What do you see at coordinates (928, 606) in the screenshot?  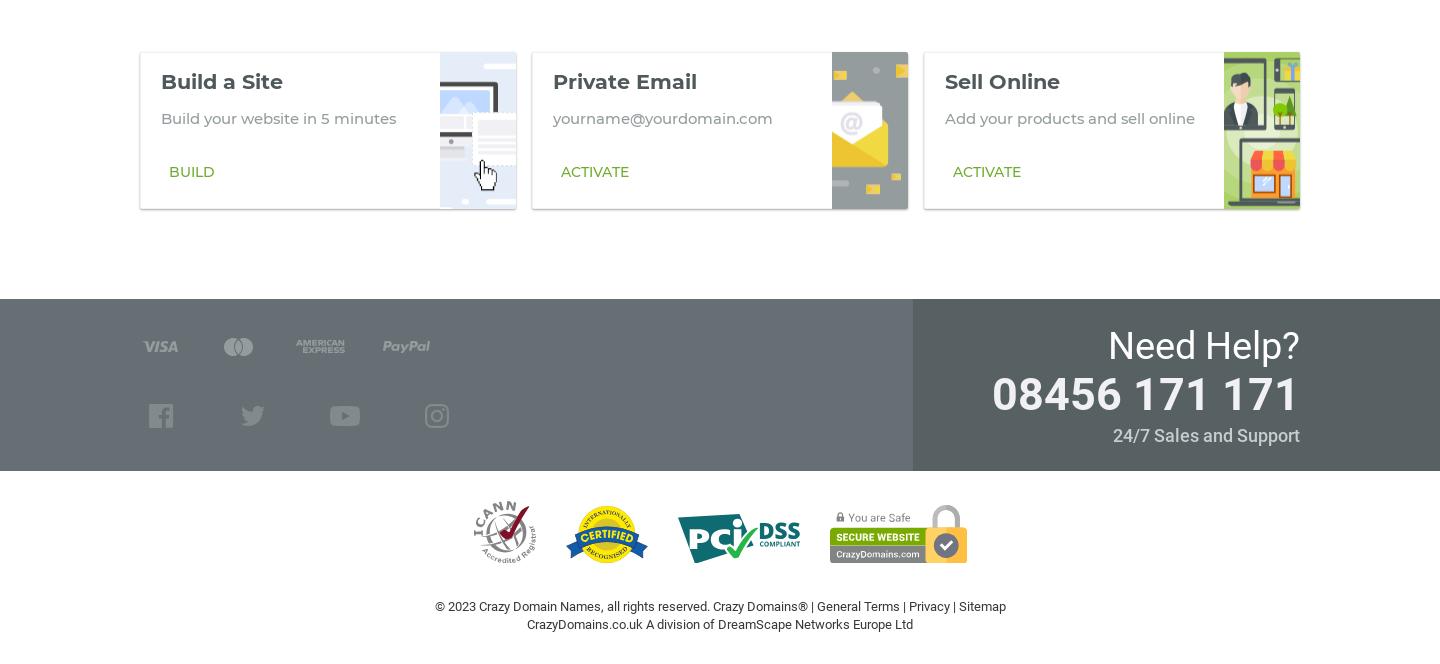 I see `'Privacy'` at bounding box center [928, 606].